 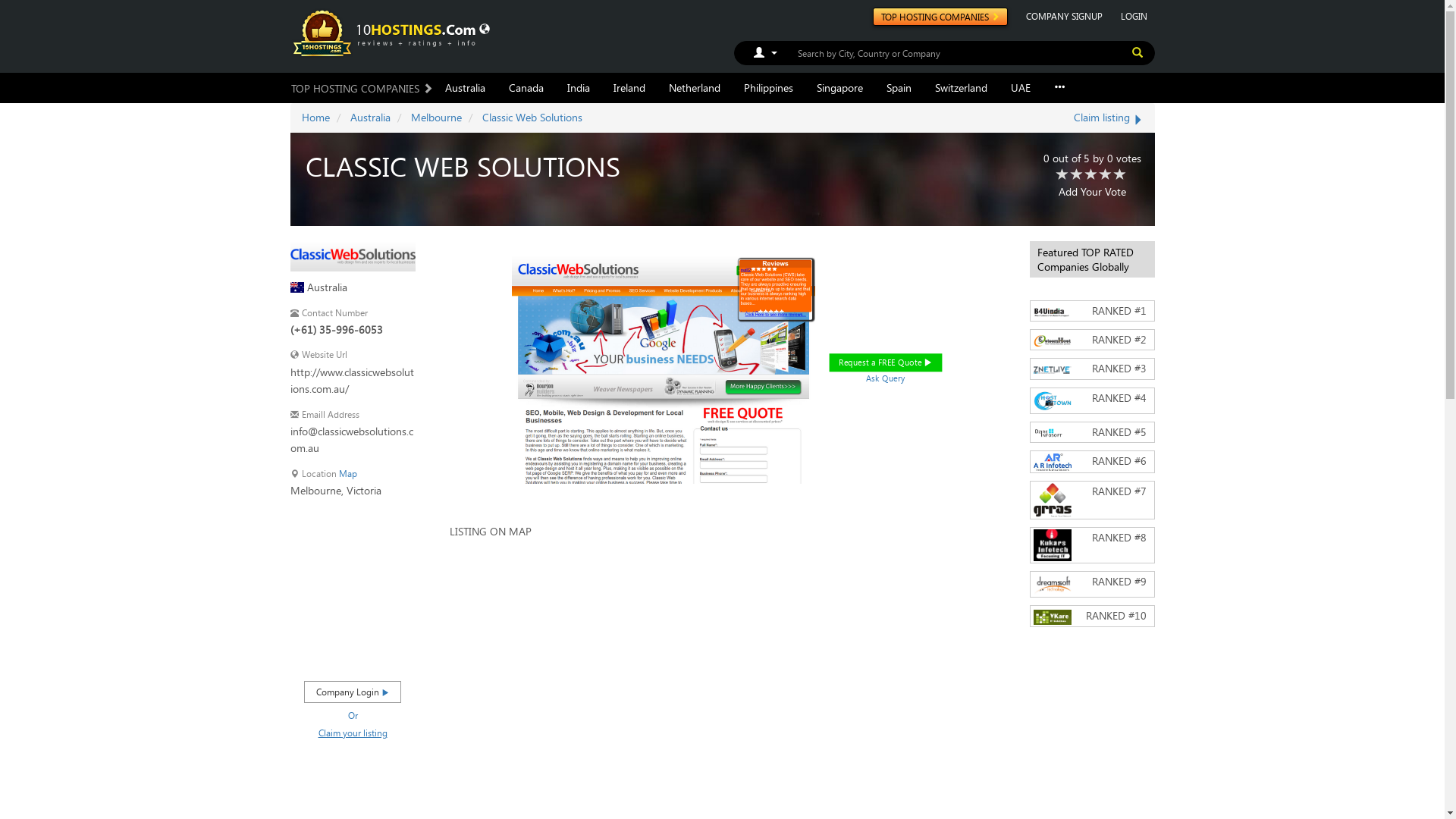 I want to click on 'Host Town in Top 10 Best Hosting Company.', so click(x=1051, y=400).